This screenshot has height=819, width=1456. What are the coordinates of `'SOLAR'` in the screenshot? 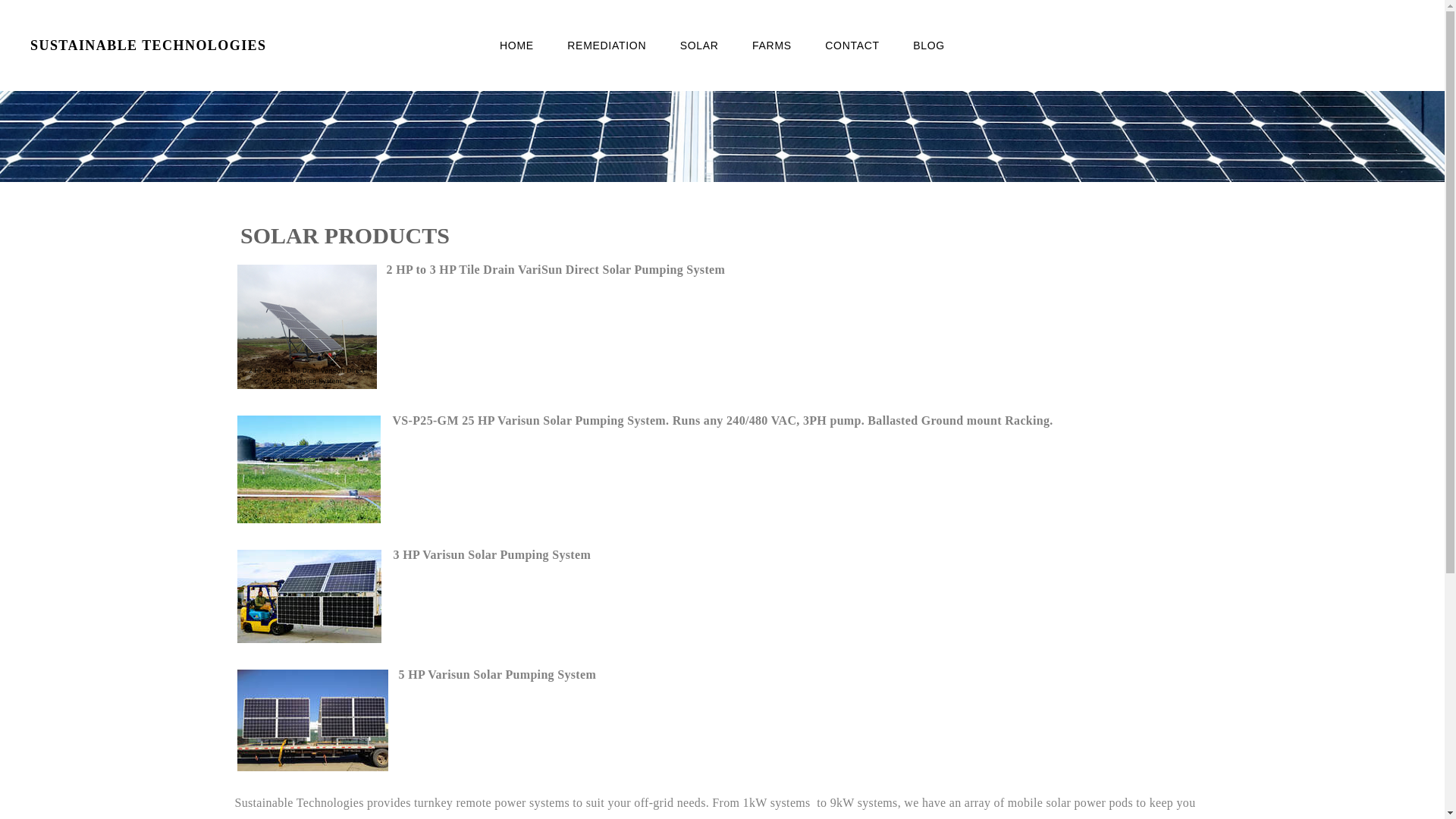 It's located at (698, 45).